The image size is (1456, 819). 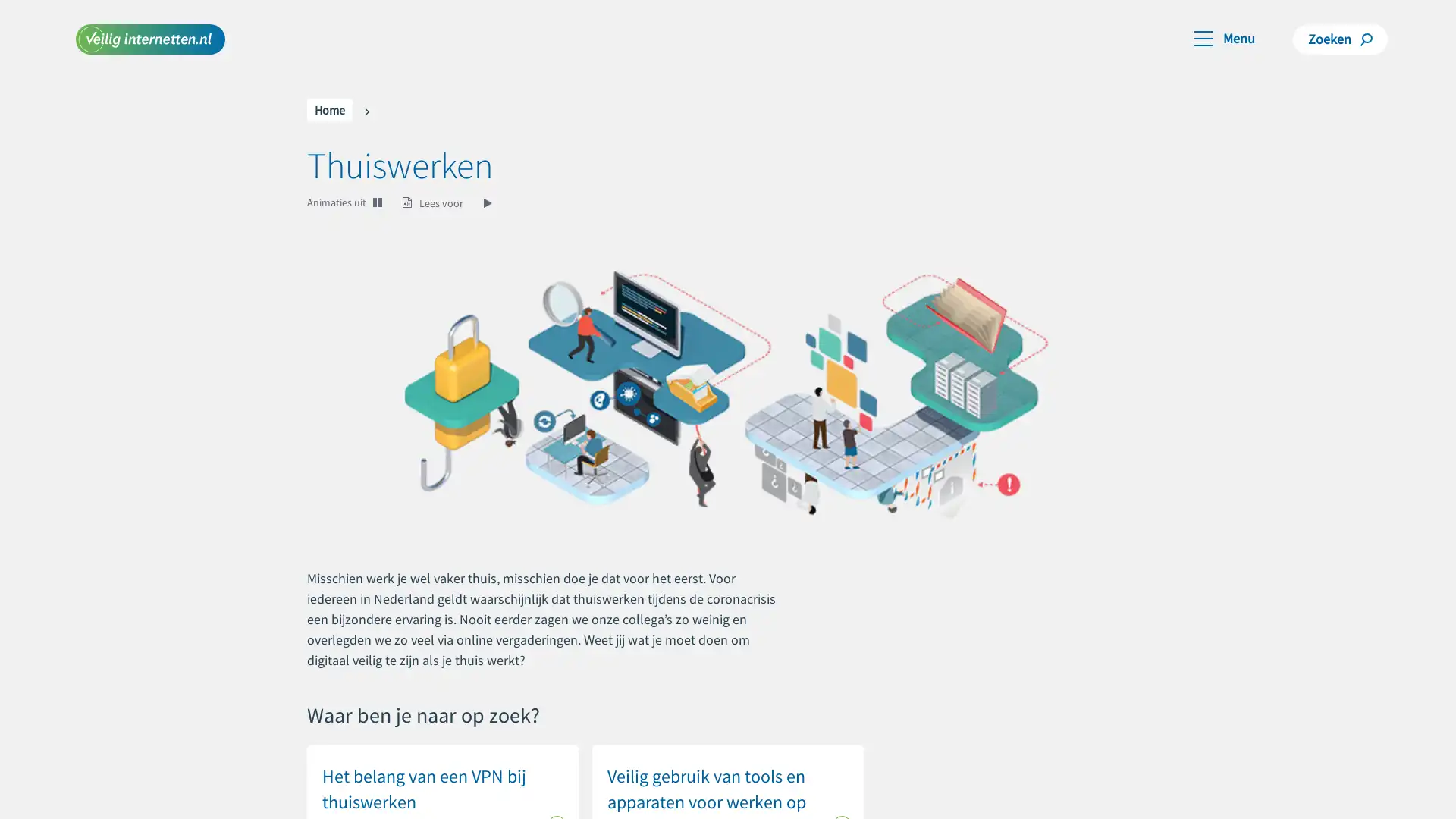 I want to click on Animaties uit, so click(x=336, y=201).